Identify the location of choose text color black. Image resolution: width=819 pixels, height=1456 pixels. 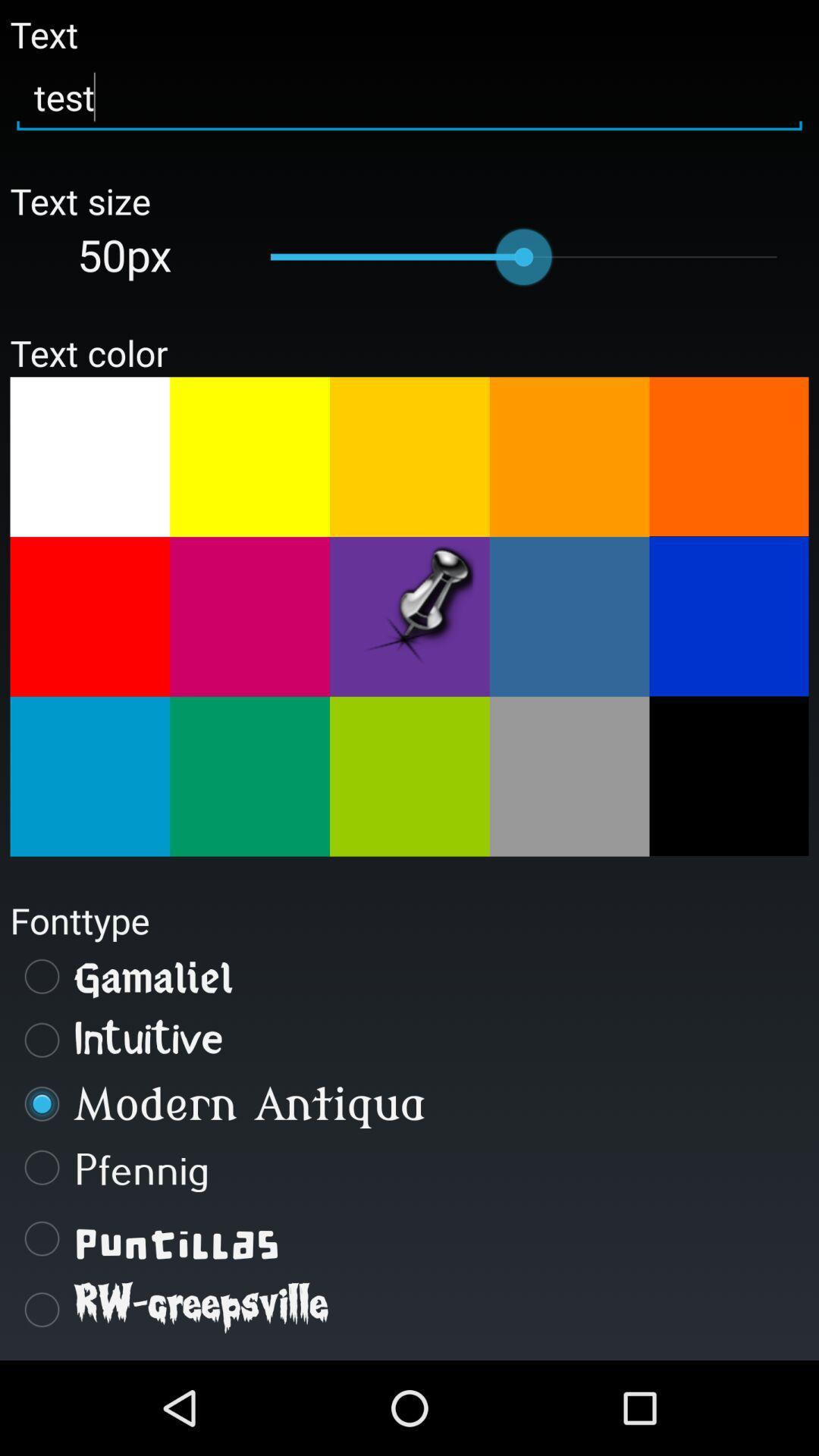
(728, 776).